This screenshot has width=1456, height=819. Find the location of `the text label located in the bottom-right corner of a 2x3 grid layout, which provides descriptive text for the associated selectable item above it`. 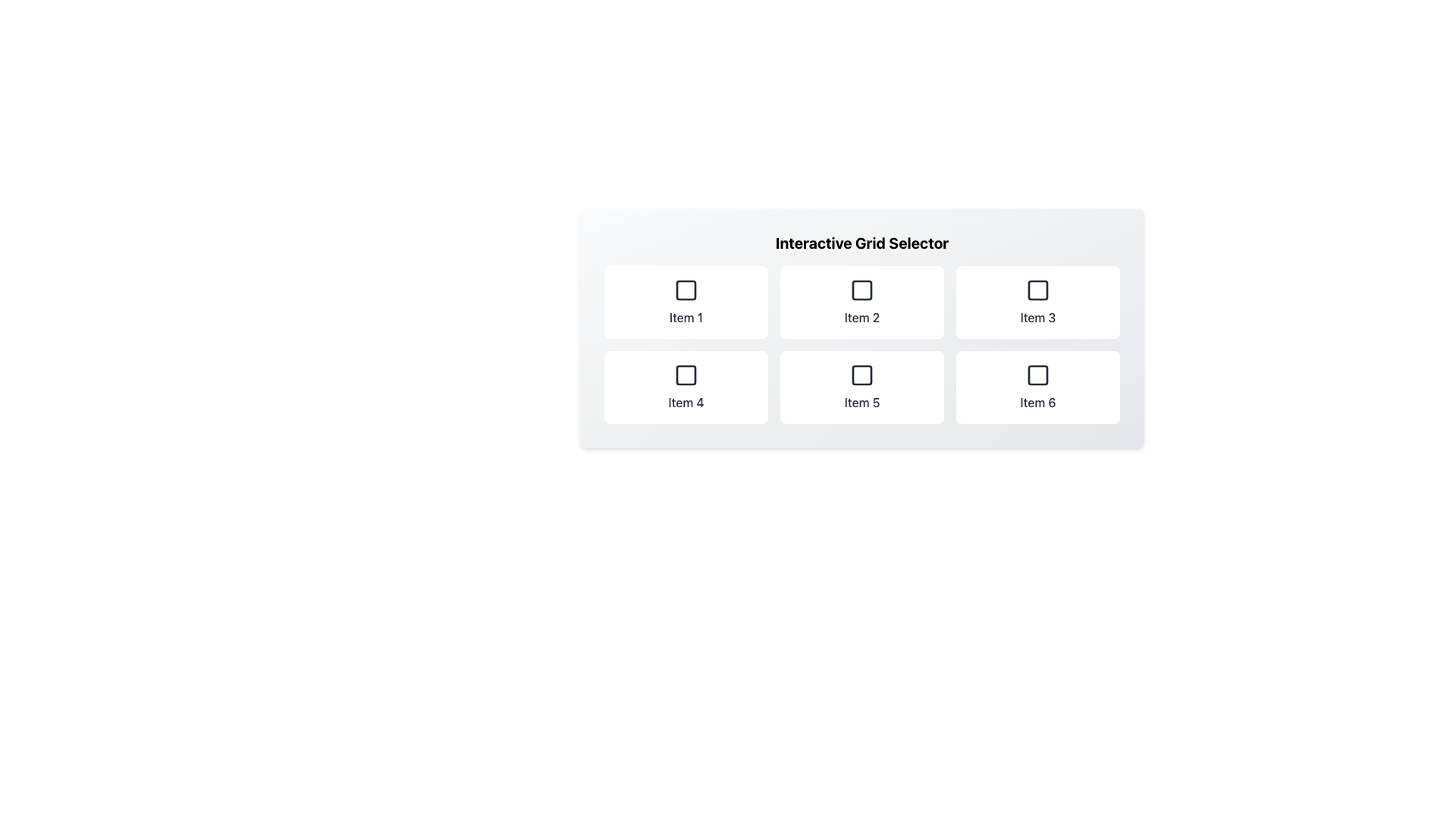

the text label located in the bottom-right corner of a 2x3 grid layout, which provides descriptive text for the associated selectable item above it is located at coordinates (1037, 402).